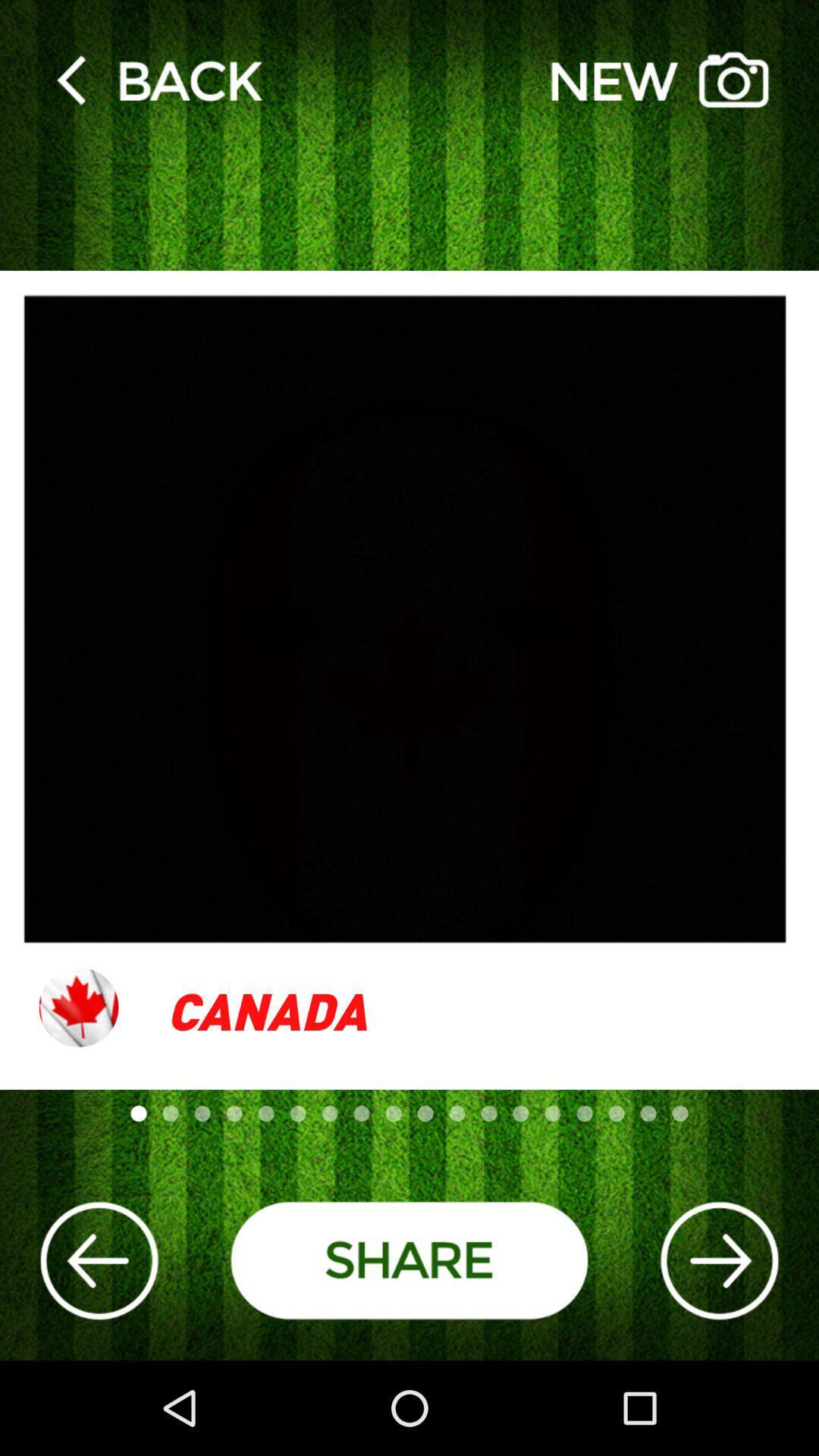  Describe the element at coordinates (158, 79) in the screenshot. I see `item at the top left corner` at that location.